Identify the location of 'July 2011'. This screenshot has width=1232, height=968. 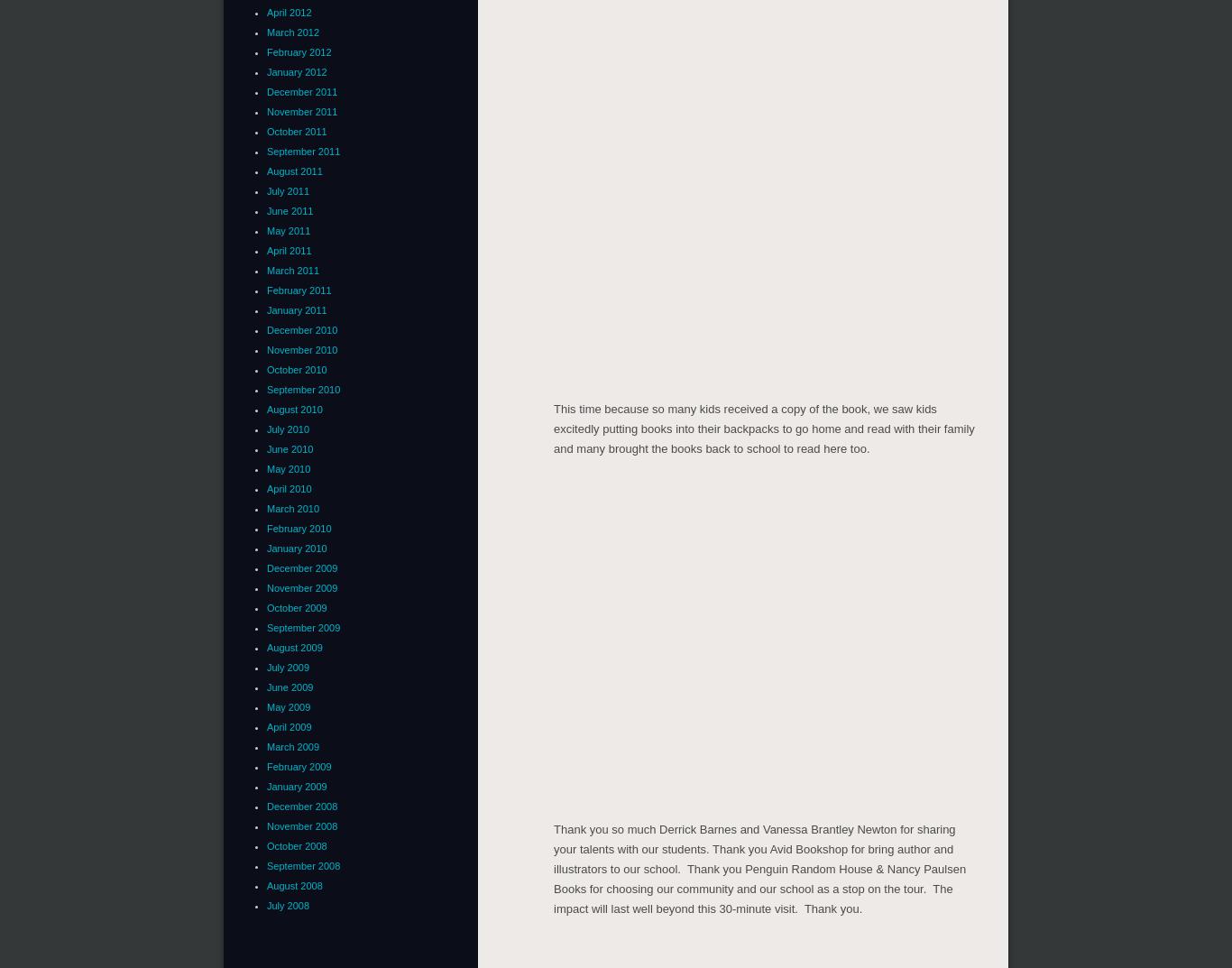
(267, 189).